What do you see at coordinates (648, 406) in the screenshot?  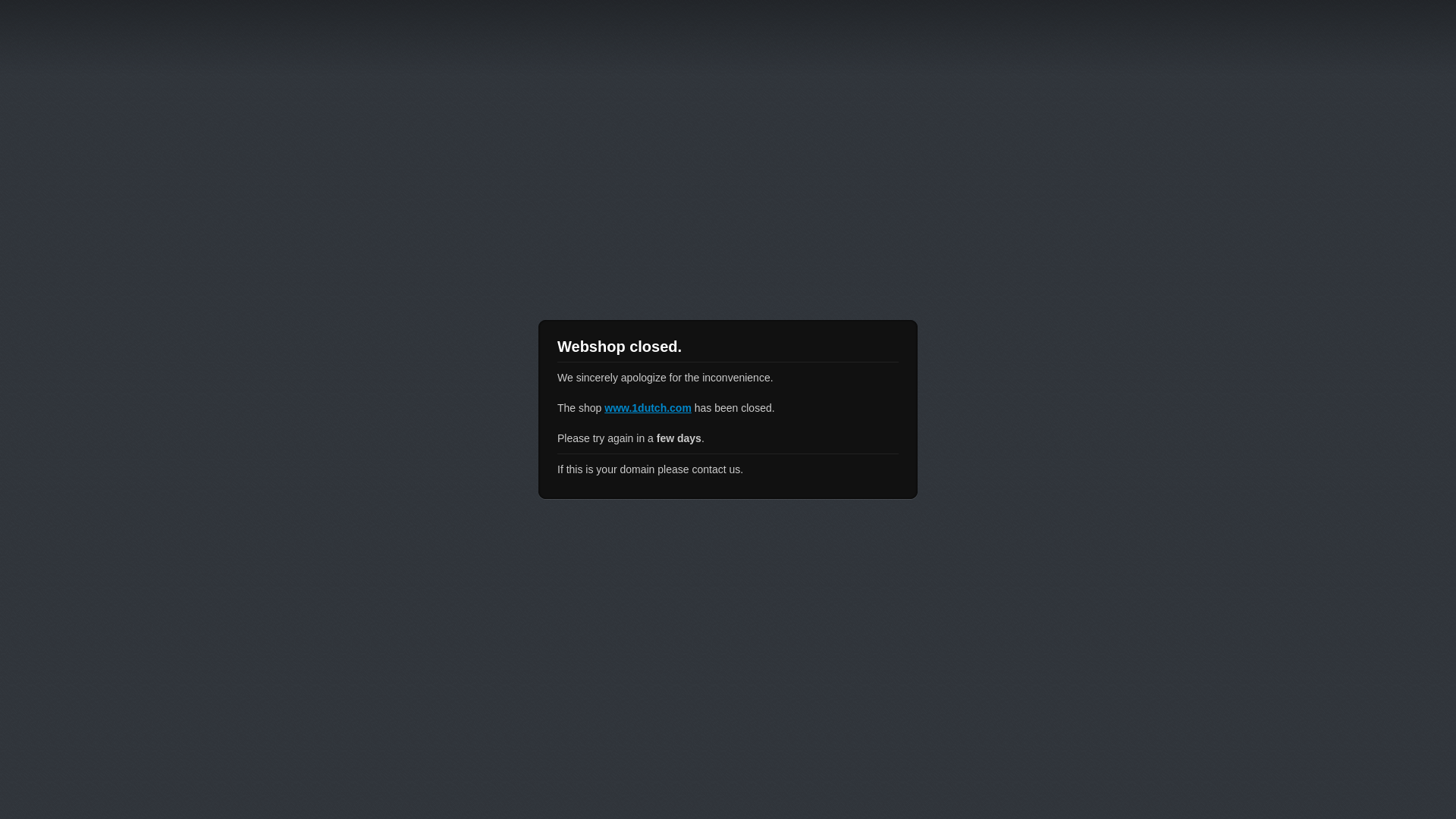 I see `'www.1dutch.com'` at bounding box center [648, 406].